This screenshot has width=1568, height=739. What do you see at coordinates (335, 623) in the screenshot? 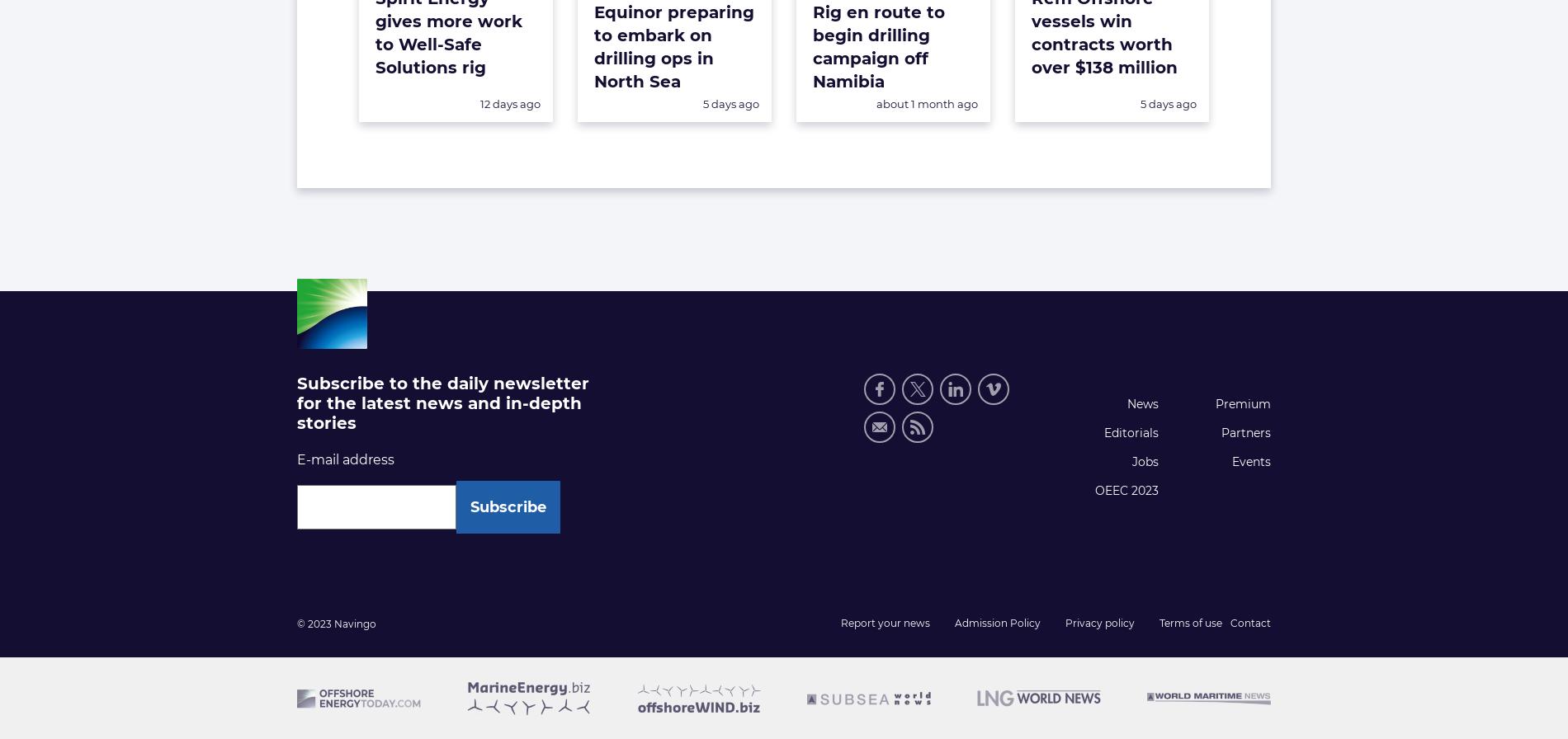
I see `'© 2023 Navingo'` at bounding box center [335, 623].